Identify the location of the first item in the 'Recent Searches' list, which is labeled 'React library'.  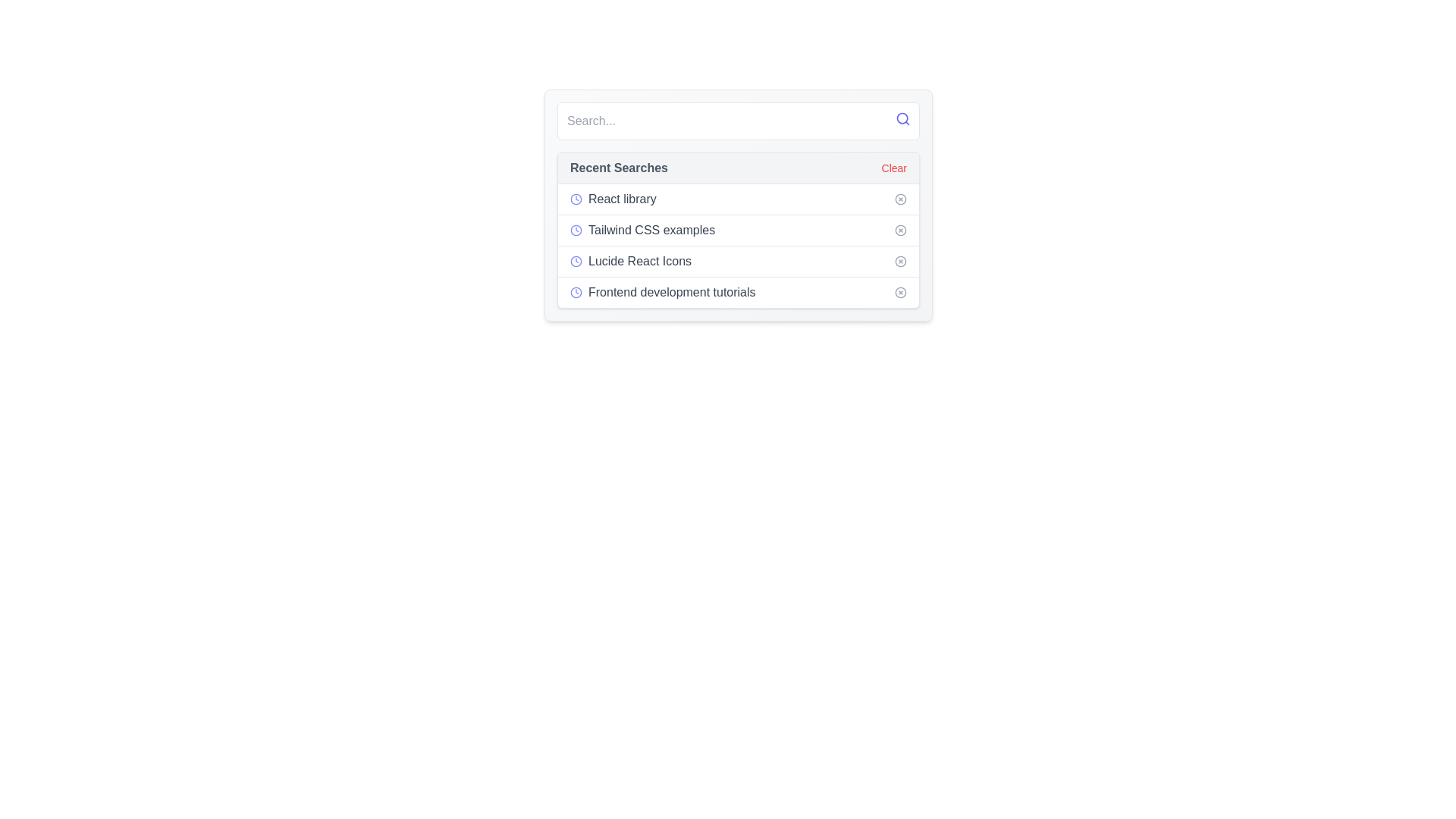
(613, 198).